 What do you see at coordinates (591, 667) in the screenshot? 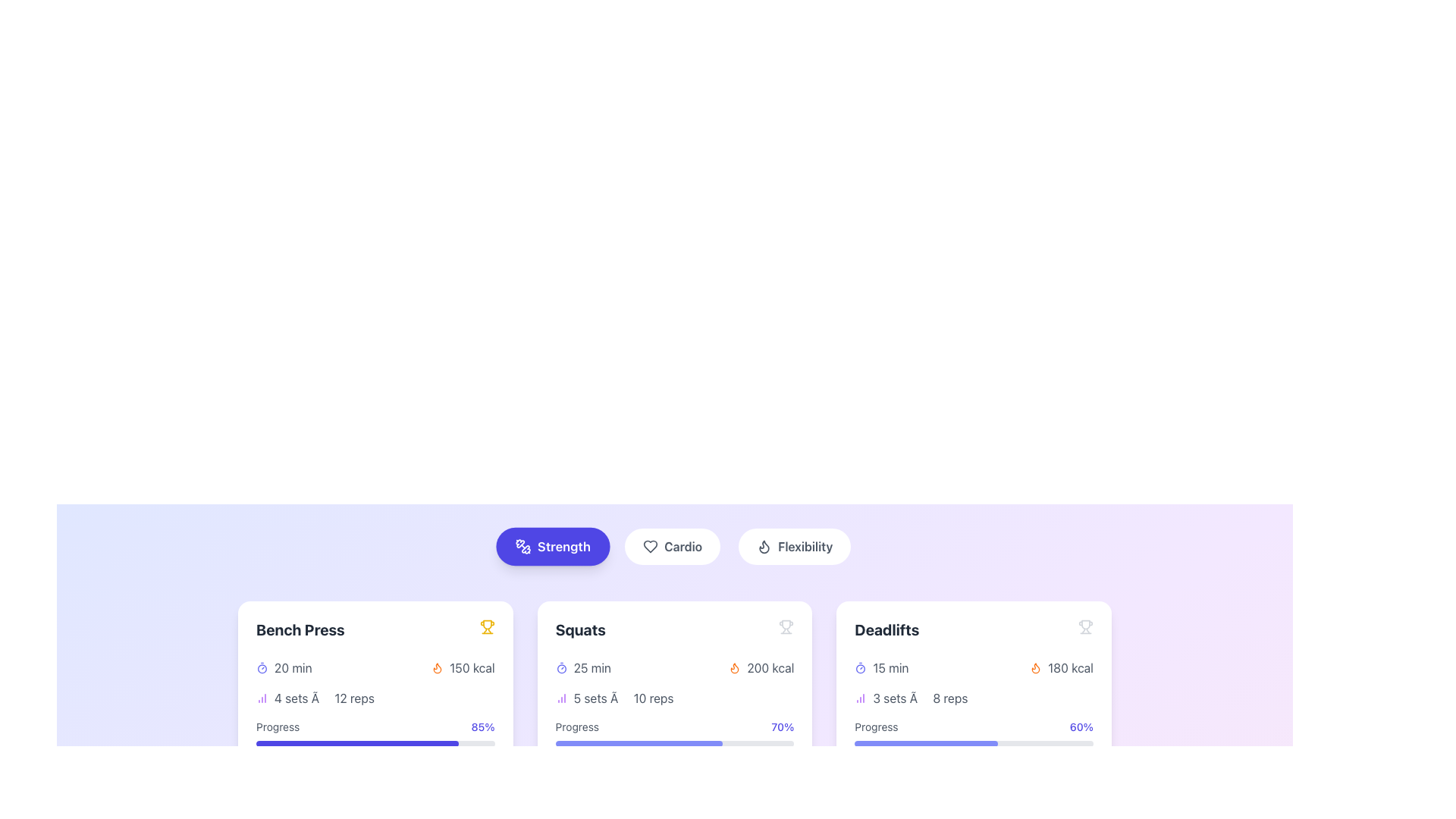
I see `text content of the label indicating the duration of the 'Squats' exercise session, which is located in the middle column of the layout, specifically to the right of the timer icon` at bounding box center [591, 667].